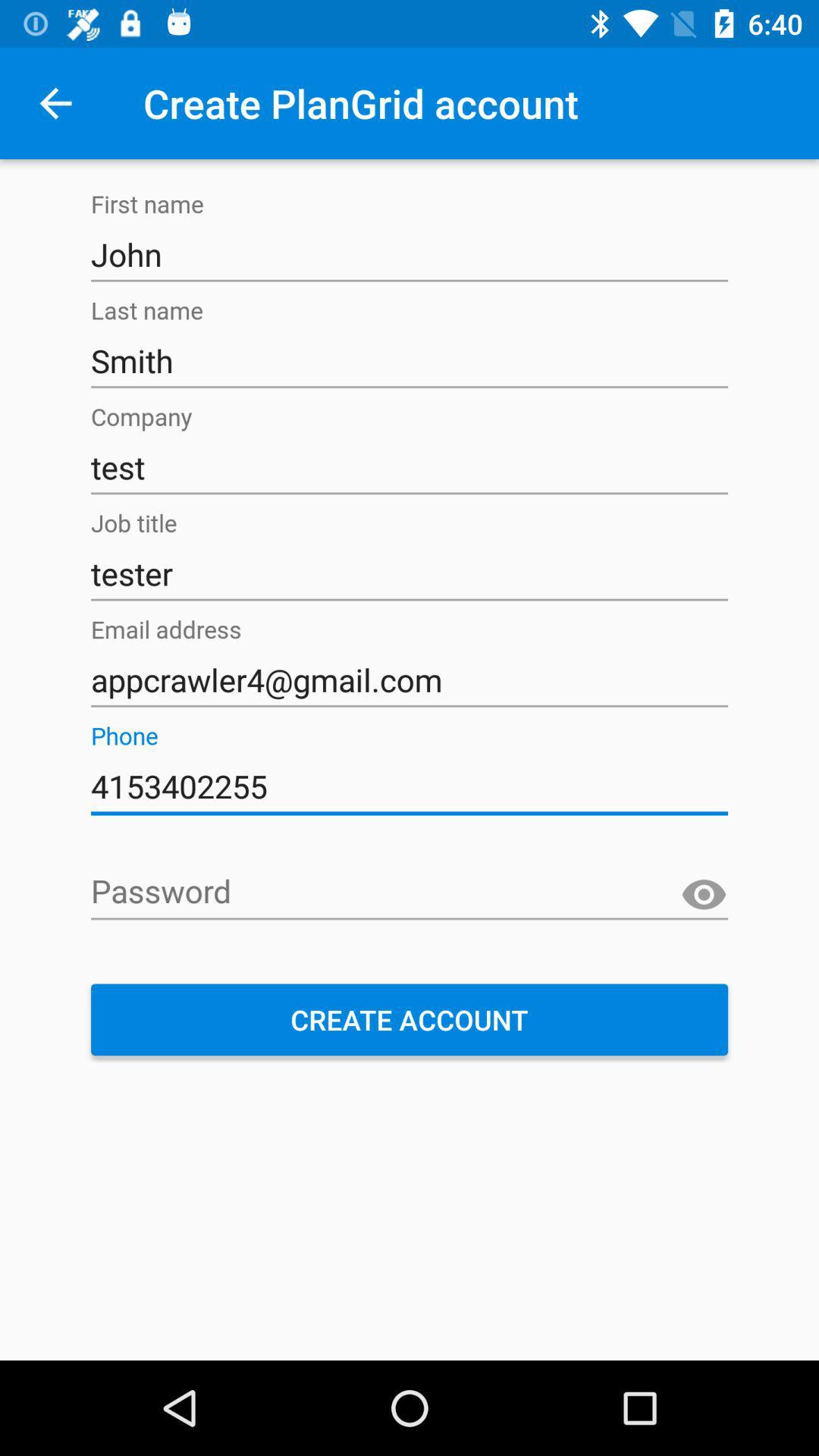 This screenshot has width=819, height=1456. I want to click on test item, so click(409, 466).